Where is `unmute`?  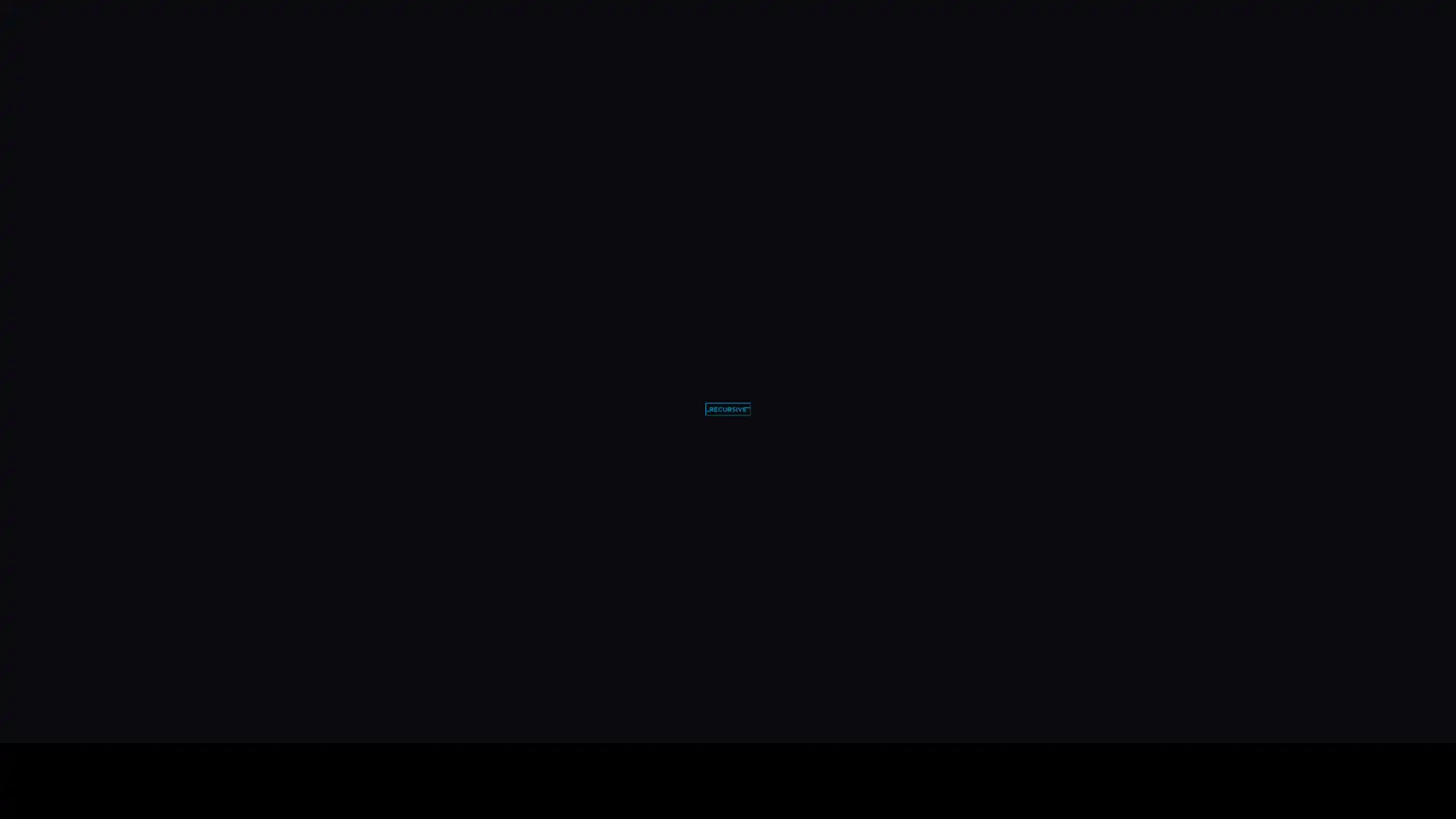 unmute is located at coordinates (1321, 776).